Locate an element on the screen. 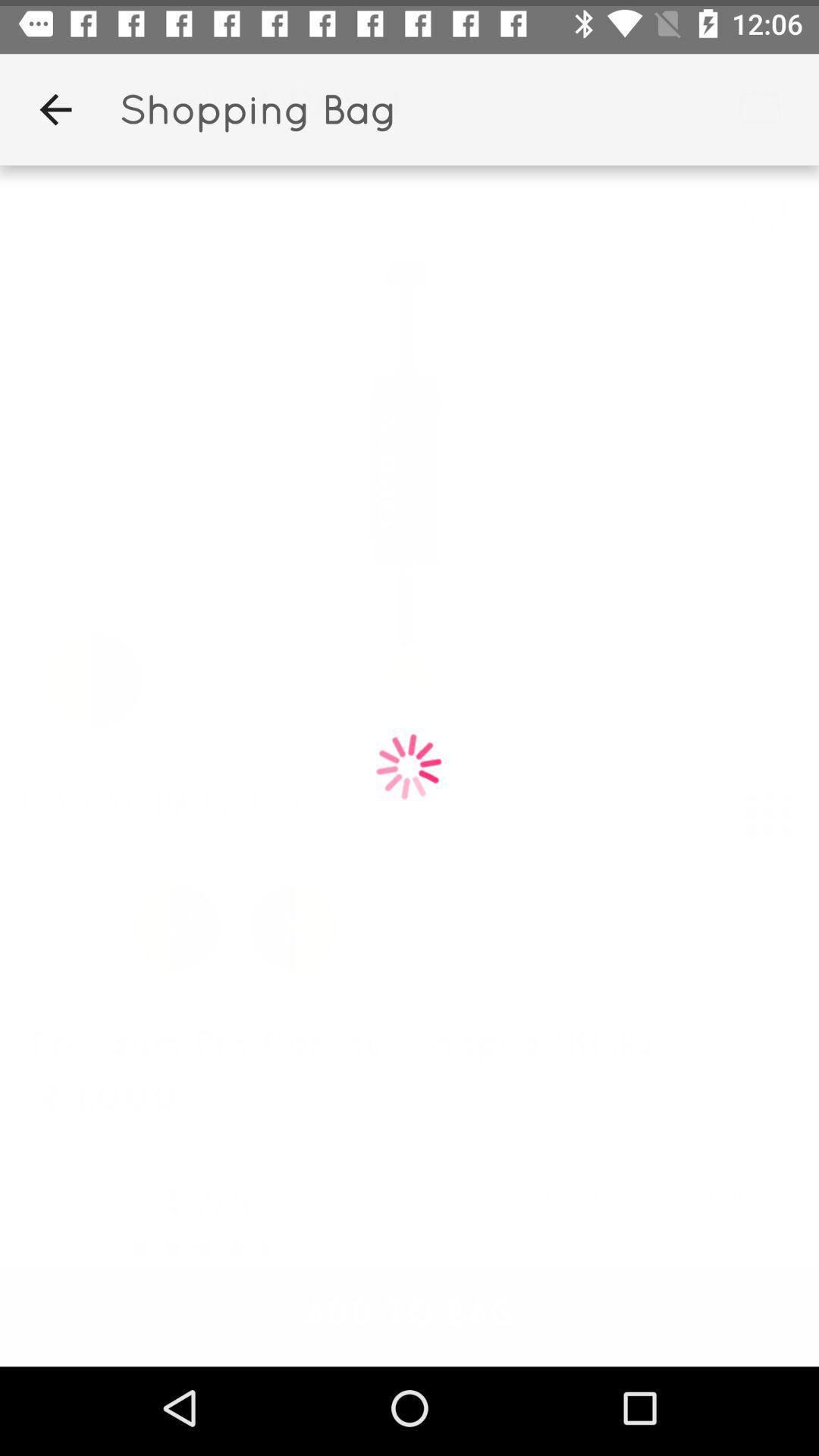 Image resolution: width=819 pixels, height=1456 pixels. the item next to the shopping bag app is located at coordinates (55, 102).